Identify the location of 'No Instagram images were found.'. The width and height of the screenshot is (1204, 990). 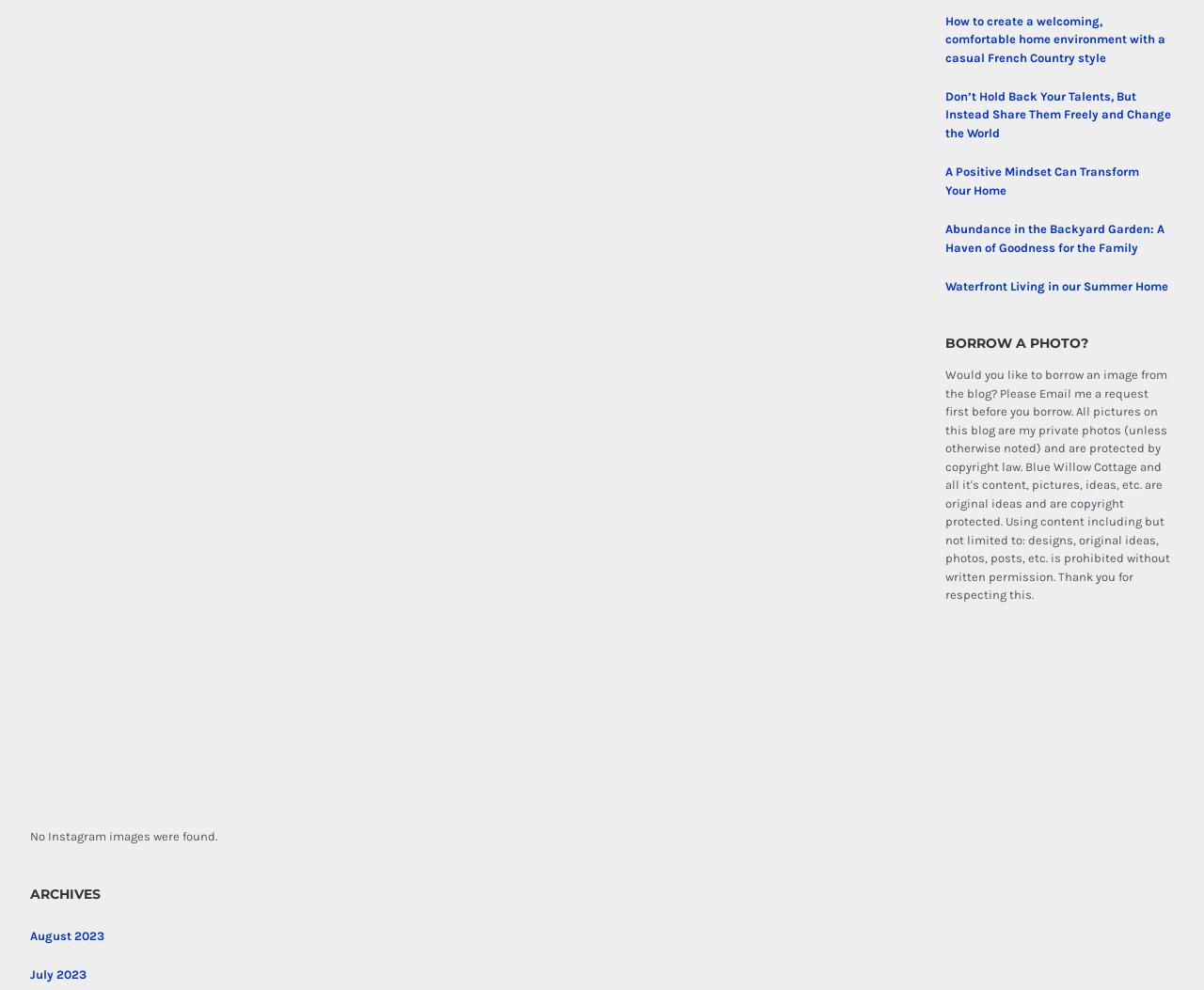
(122, 836).